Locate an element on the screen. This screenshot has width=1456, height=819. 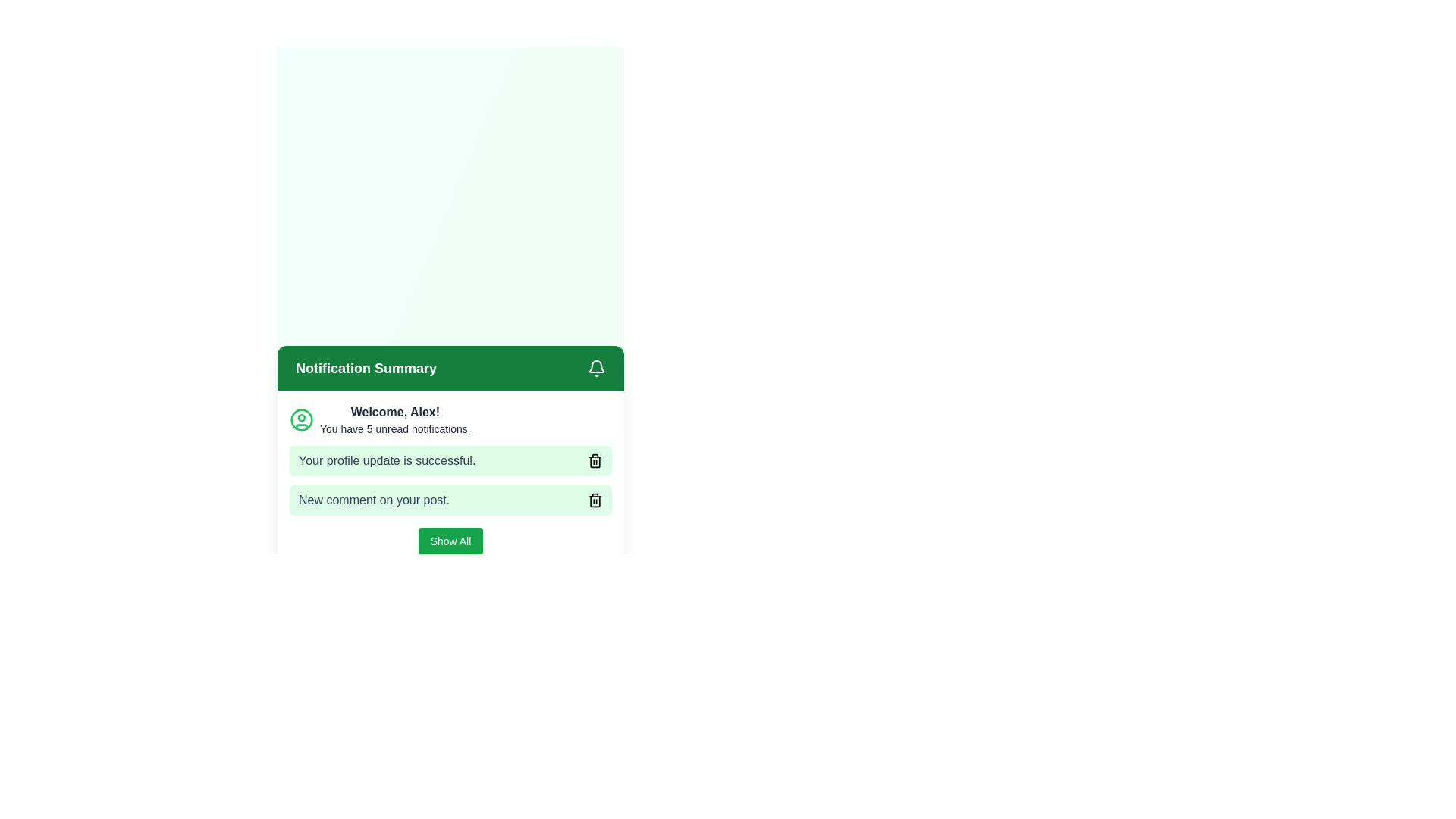
the Notification list element located under the 'Notification Summary' header, which displays updates about account actions is located at coordinates (450, 480).